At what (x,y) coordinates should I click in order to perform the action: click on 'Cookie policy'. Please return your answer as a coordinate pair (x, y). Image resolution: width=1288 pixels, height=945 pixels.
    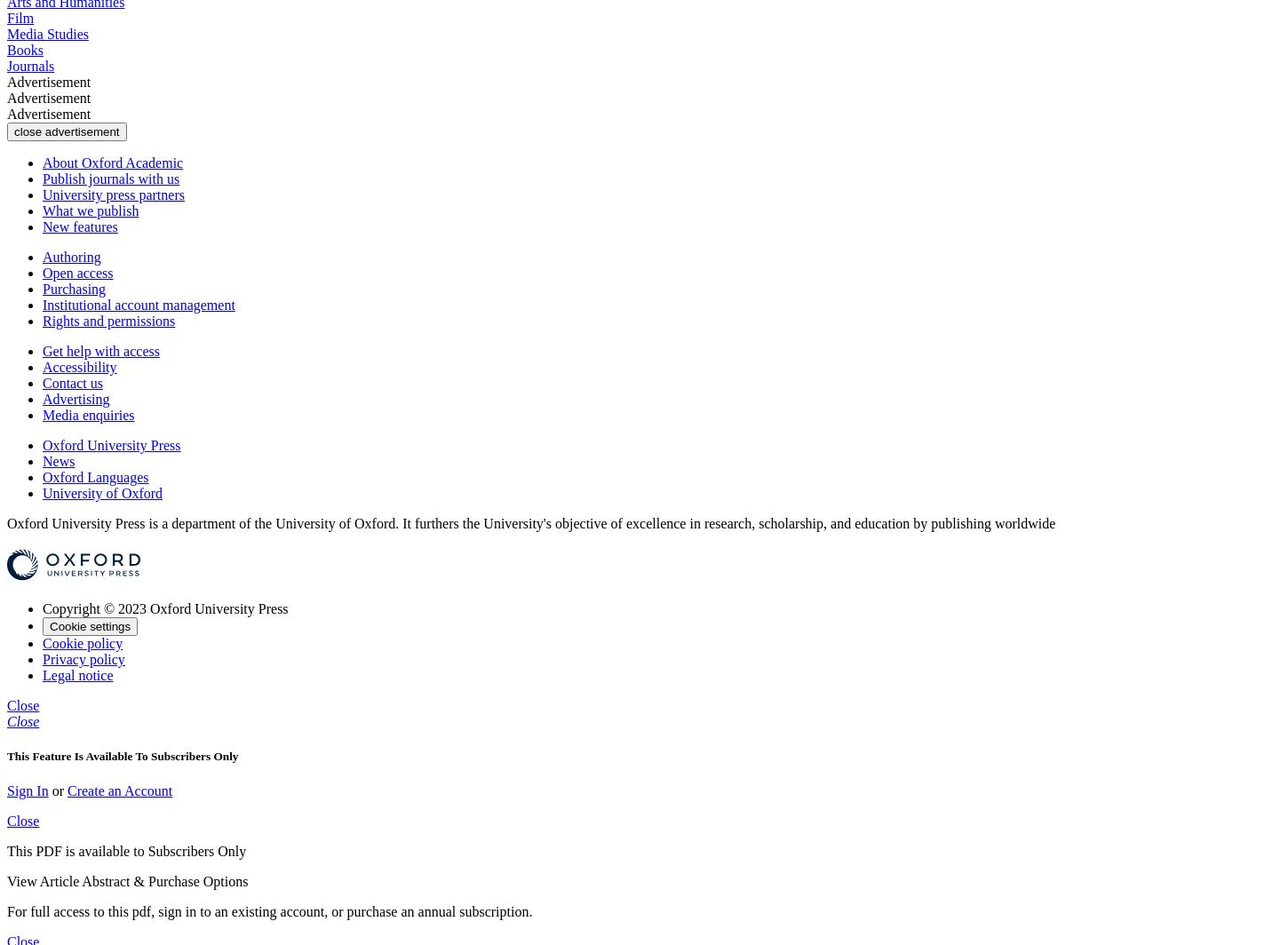
    Looking at the image, I should click on (82, 642).